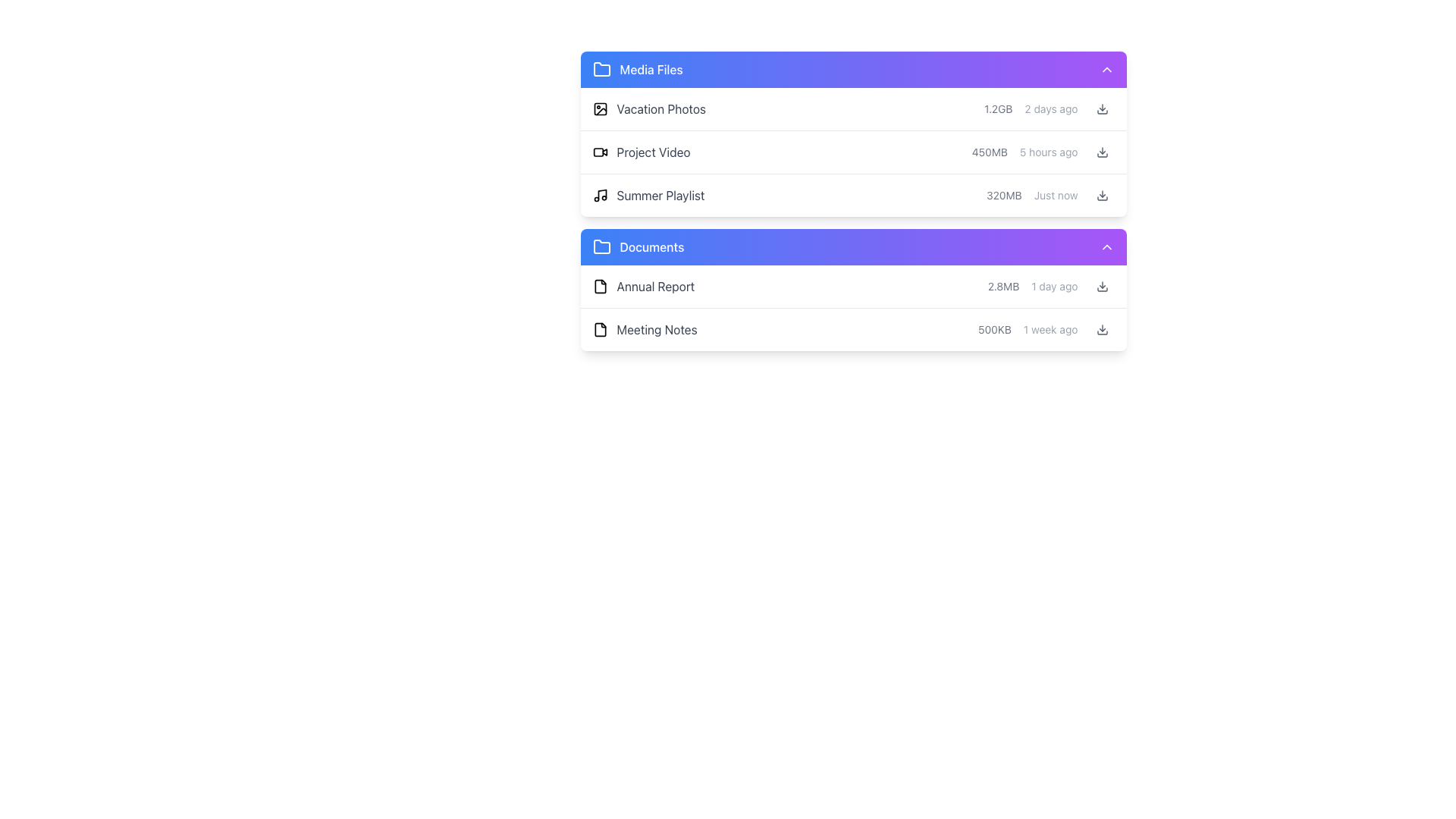 The image size is (1456, 819). Describe the element at coordinates (1102, 108) in the screenshot. I see `the download icon button, which resembles a download arrow, located in the Documents section next to the Annual Report item` at that location.